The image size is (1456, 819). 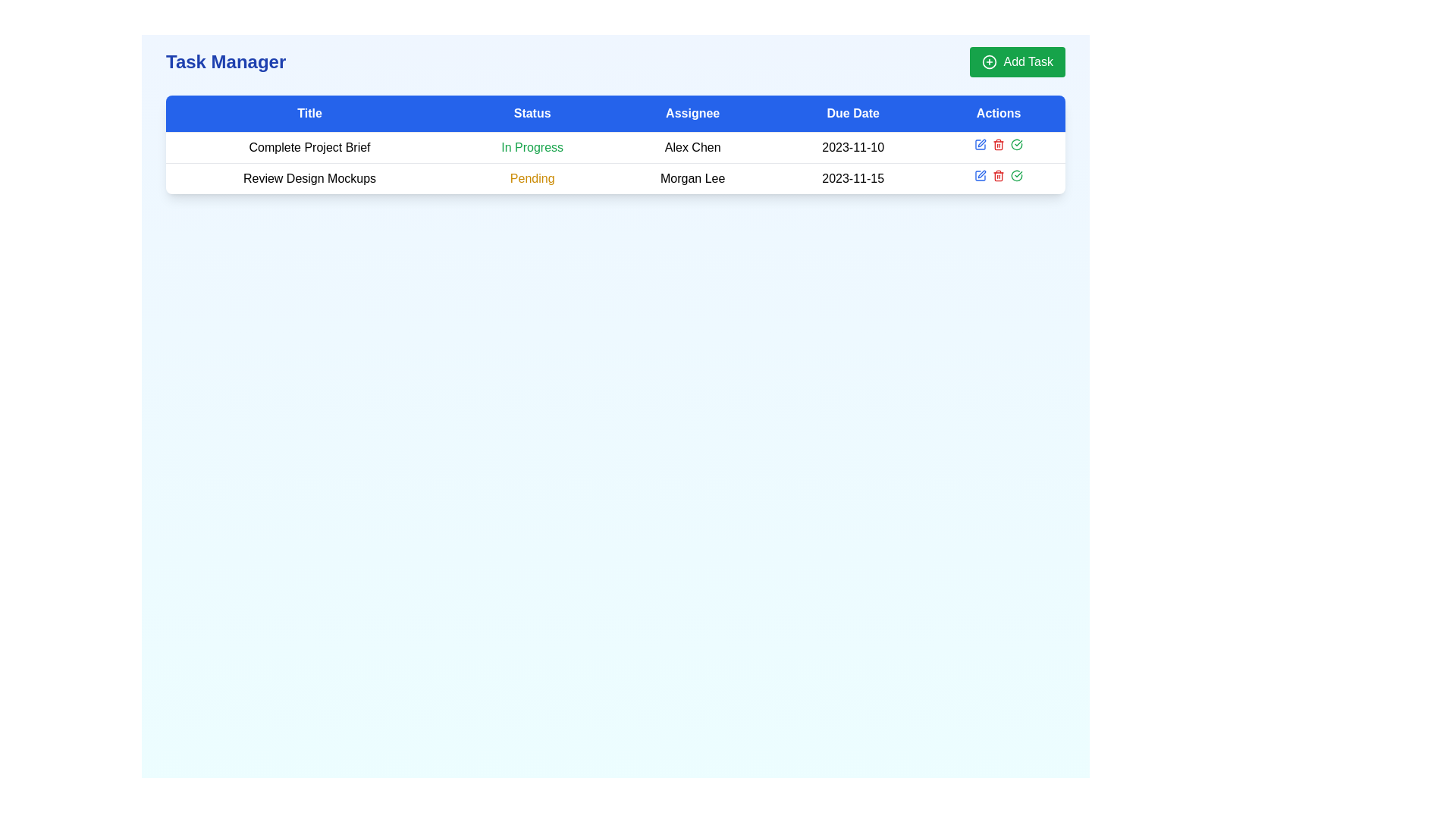 I want to click on the 'Add Task' button, so click(x=1018, y=61).